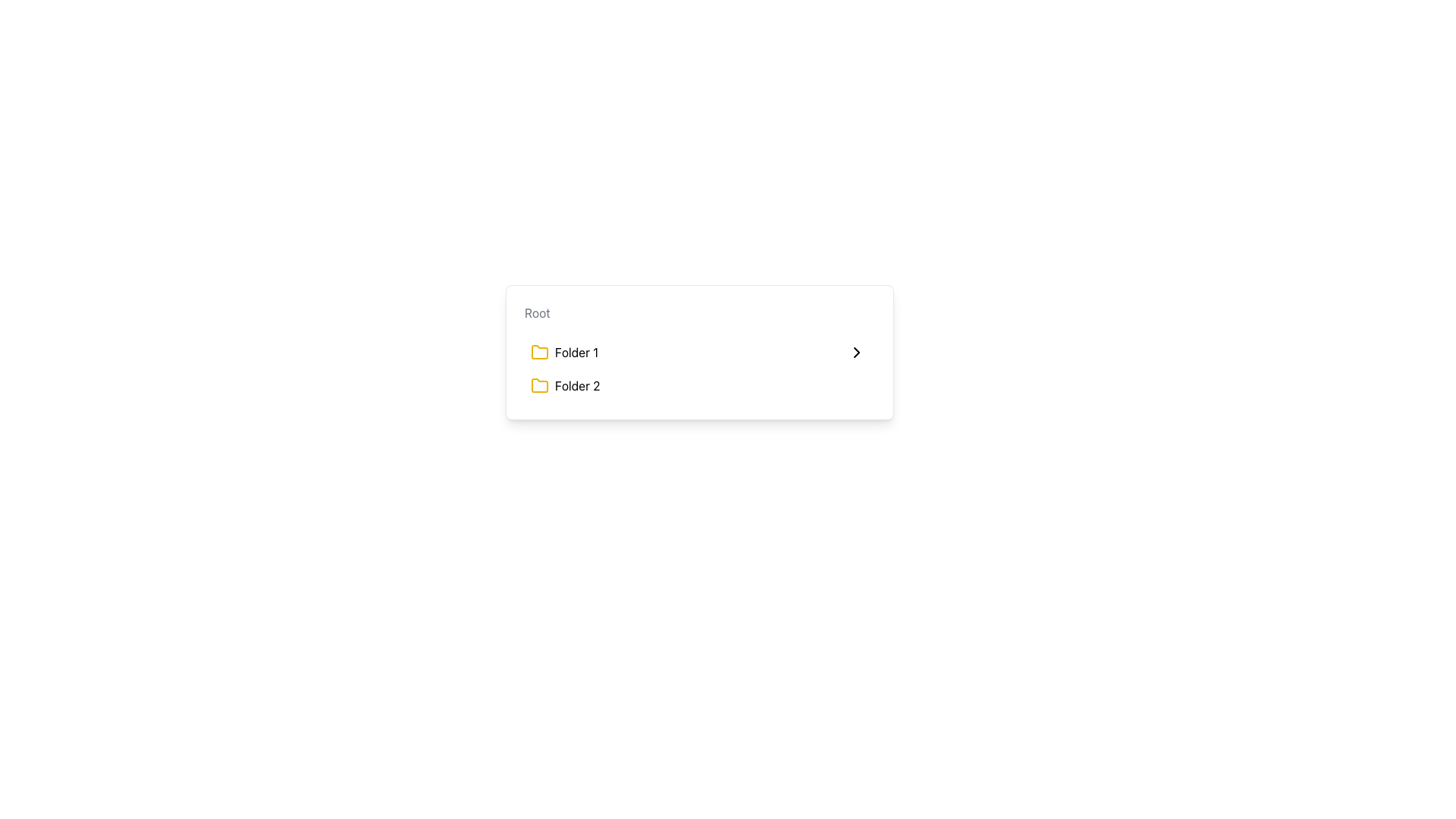 The width and height of the screenshot is (1456, 819). Describe the element at coordinates (539, 353) in the screenshot. I see `the yellow folder icon labeled 'Folder 1', which is the leftmost icon in the first row of the menu` at that location.